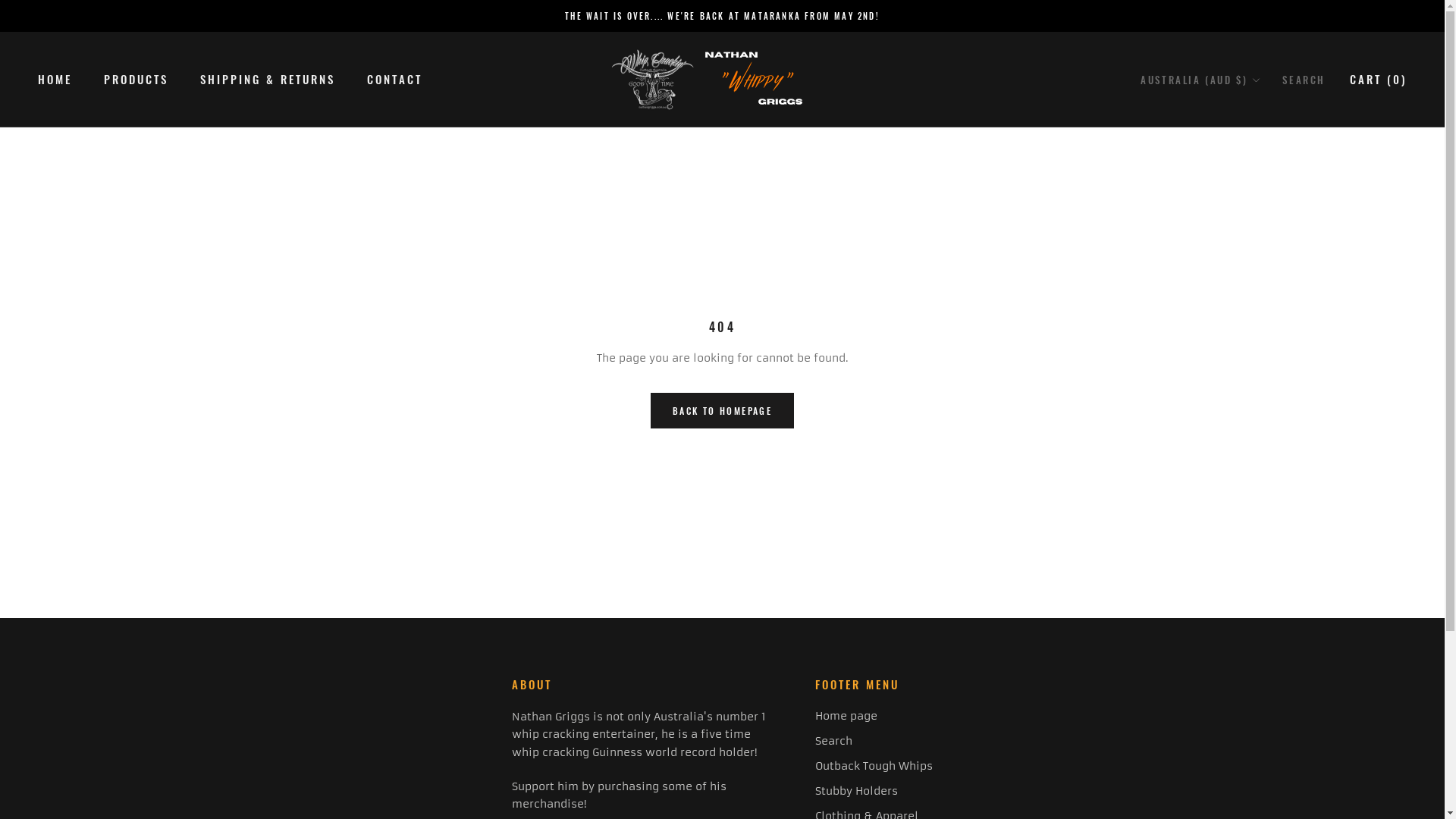 The width and height of the screenshot is (1456, 819). I want to click on 'Outback Tough Whips', so click(814, 766).